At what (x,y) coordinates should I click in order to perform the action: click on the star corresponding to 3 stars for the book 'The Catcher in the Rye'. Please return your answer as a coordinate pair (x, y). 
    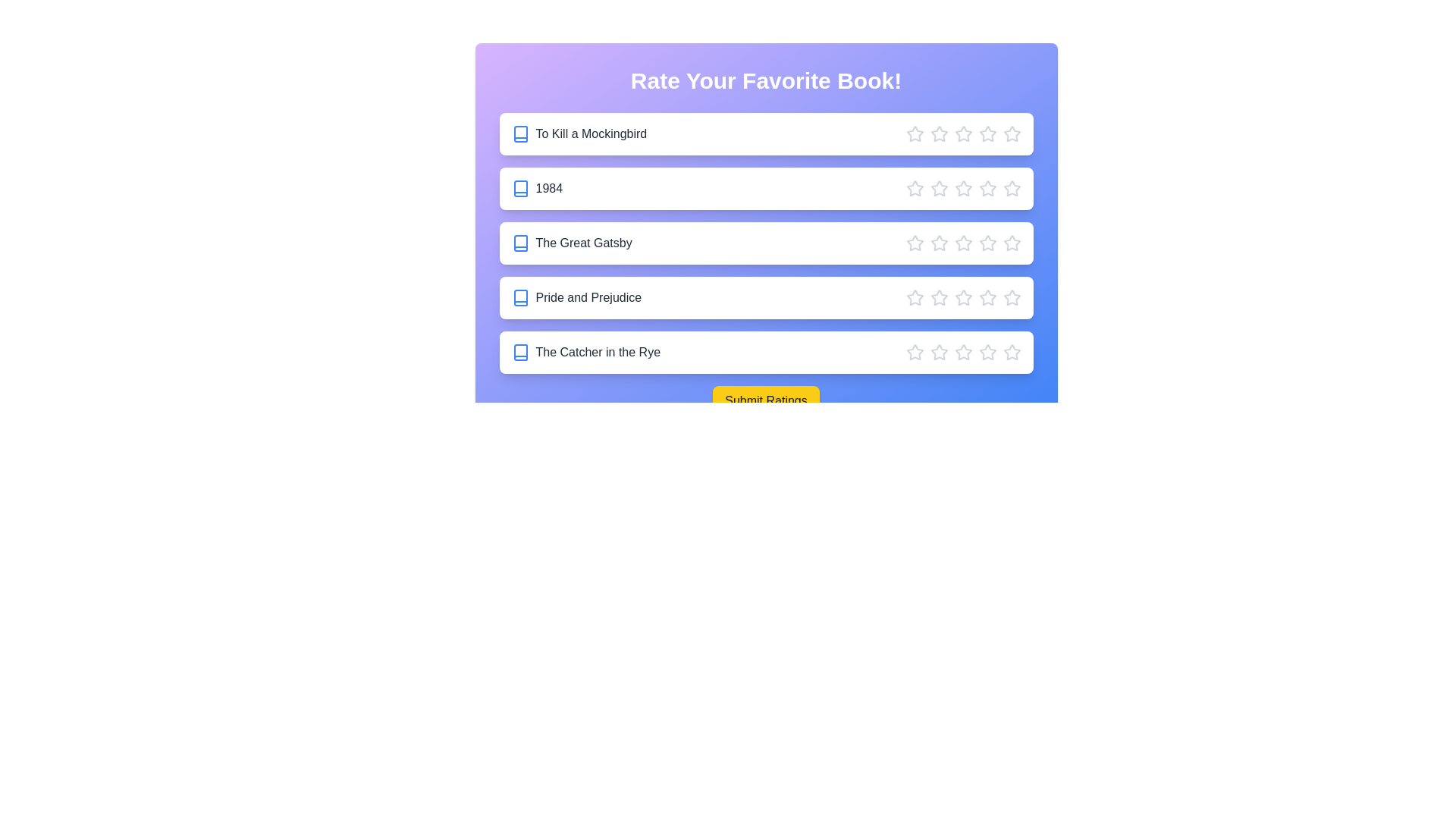
    Looking at the image, I should click on (962, 353).